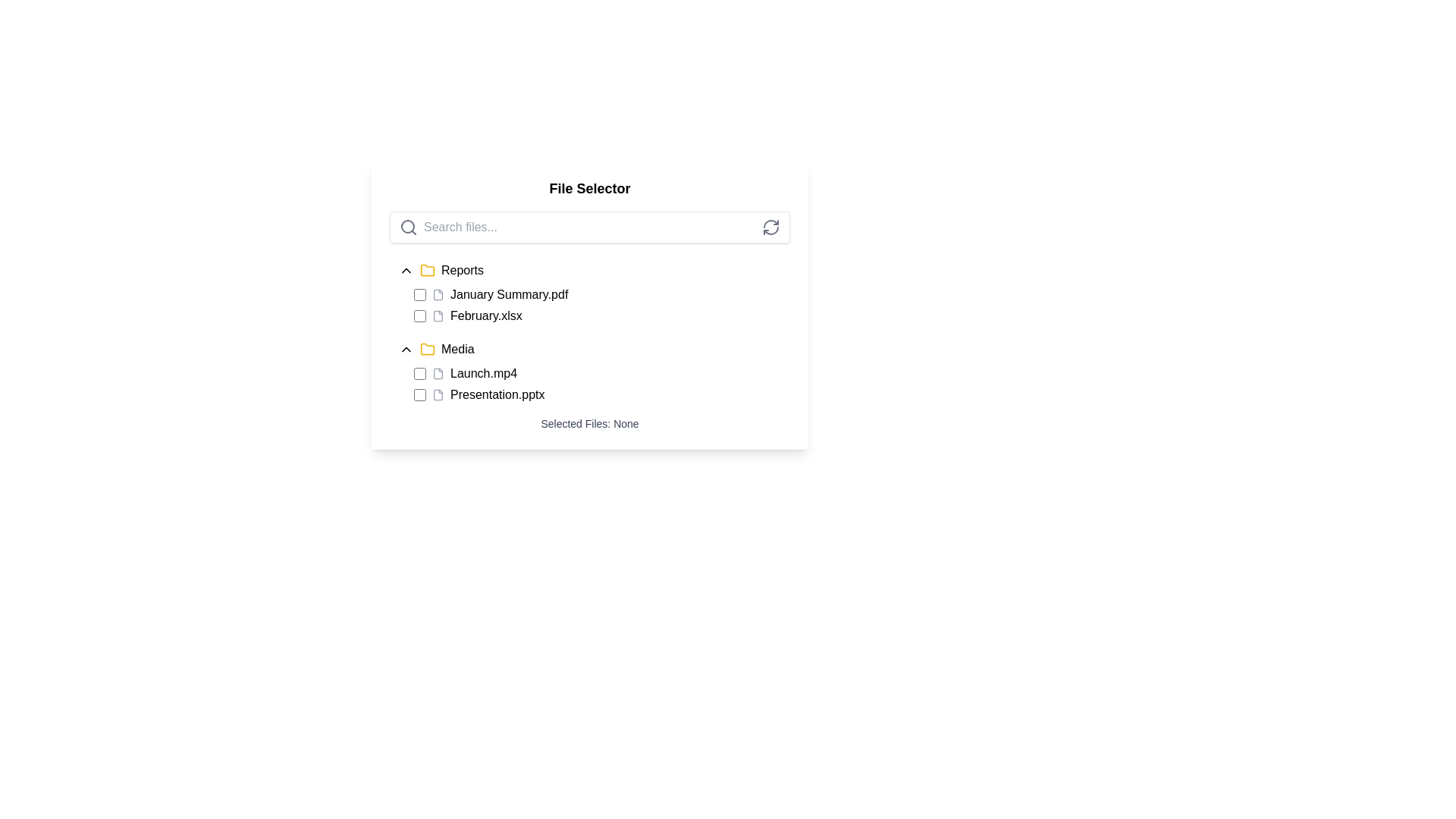 The height and width of the screenshot is (819, 1456). Describe the element at coordinates (437, 374) in the screenshot. I see `the icon representing the file type or status located to the left of the text label 'Launch.mp4' in the 'Media' section of the file list` at that location.